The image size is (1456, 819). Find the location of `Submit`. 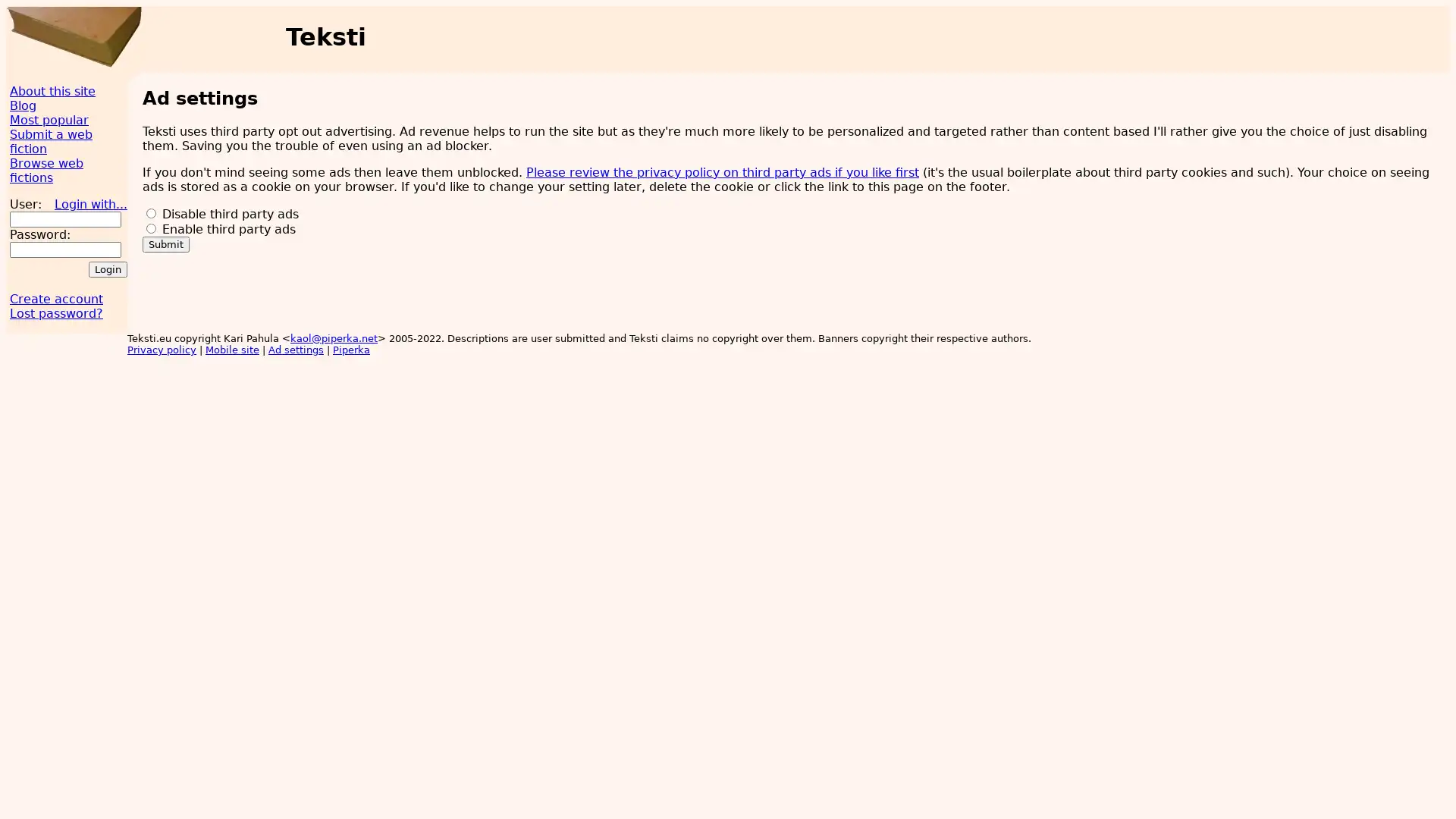

Submit is located at coordinates (166, 243).